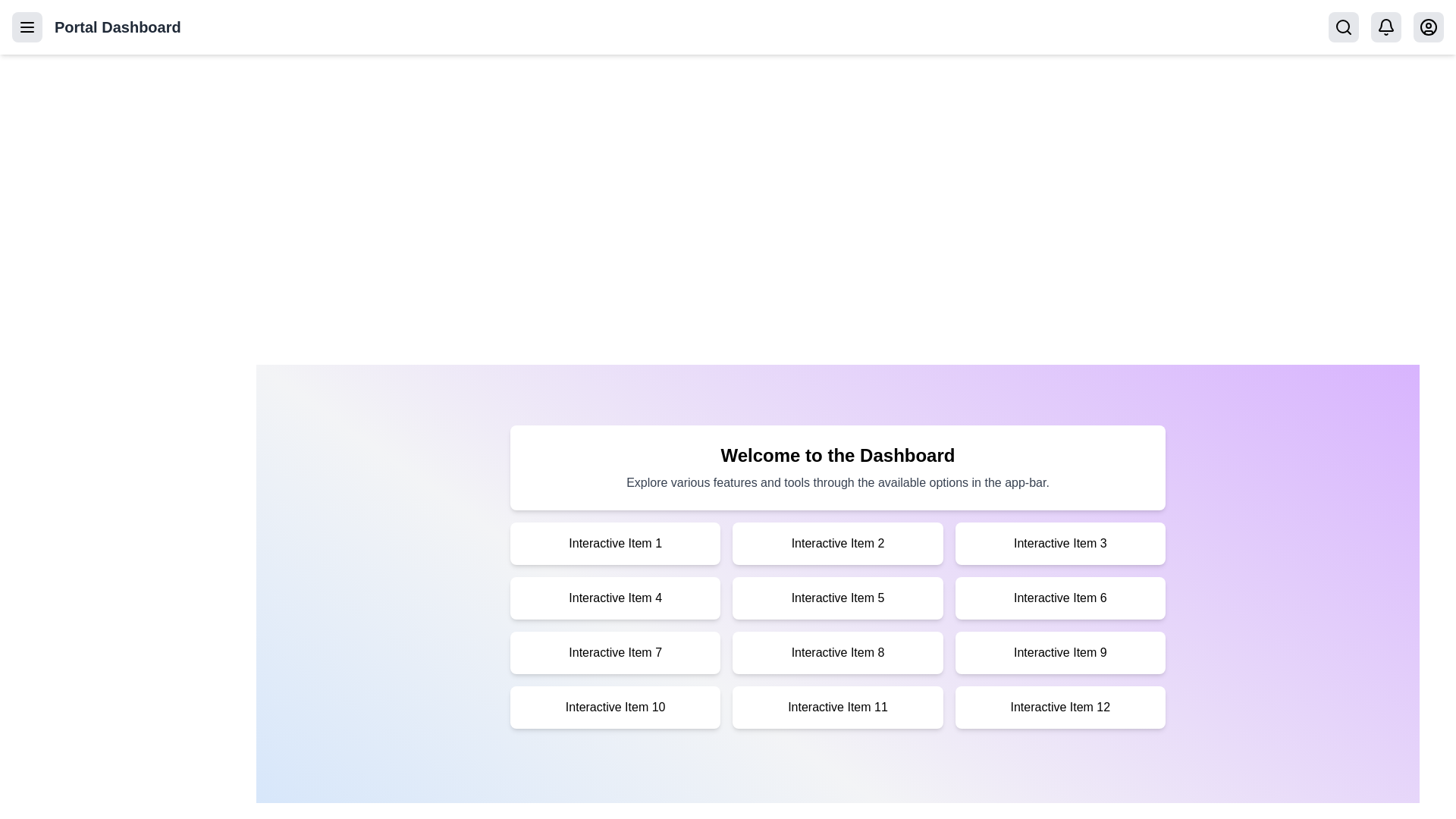 Image resolution: width=1456 pixels, height=819 pixels. Describe the element at coordinates (27, 27) in the screenshot. I see `the menu button in the app bar` at that location.